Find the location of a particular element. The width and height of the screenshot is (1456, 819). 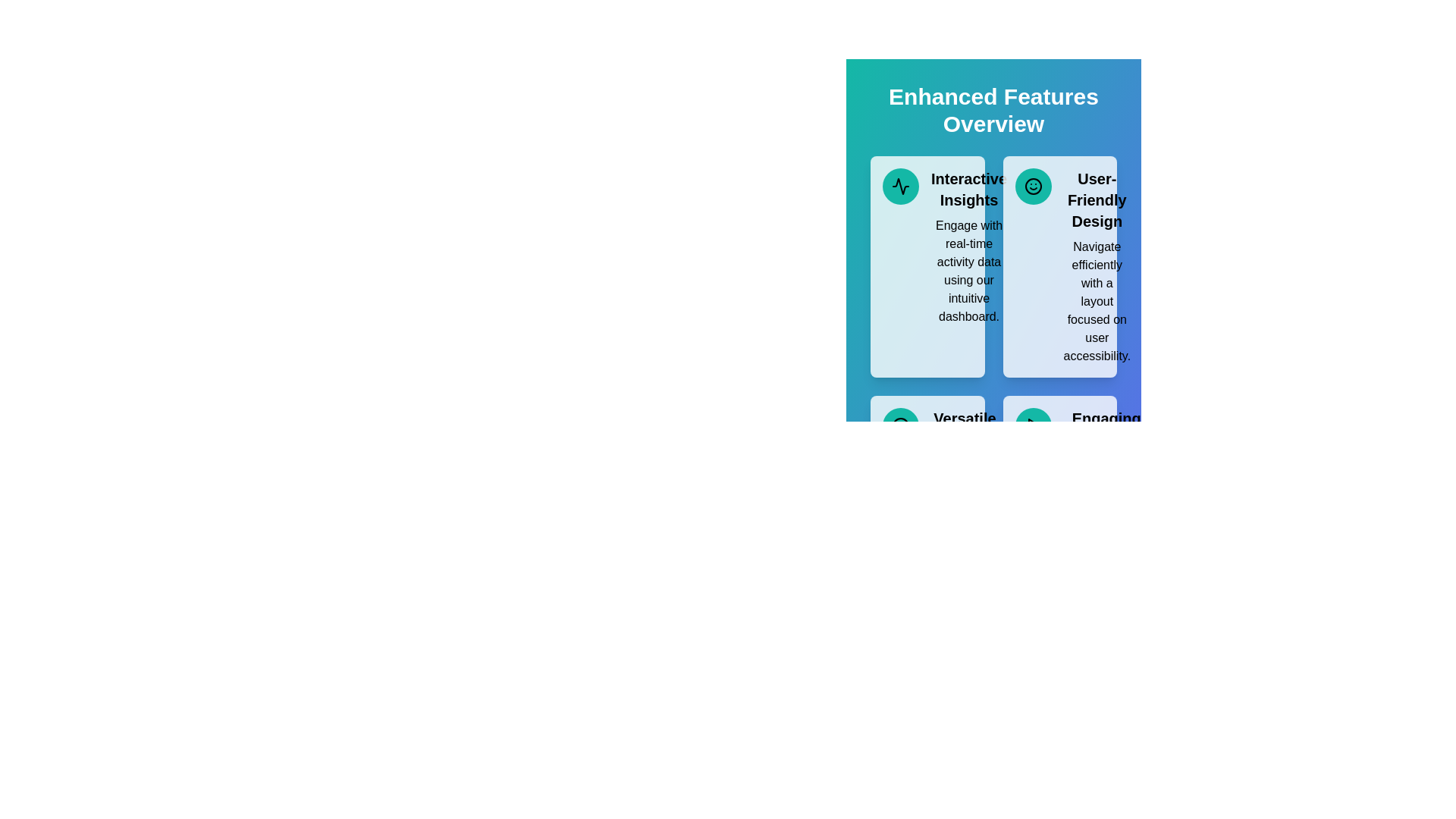

the 'Versatile Elements' Card, which is positioned in the second row and first column of a two-column grid layout, below 'Interactive Insights' and to the left of 'Engaging Interactions' is located at coordinates (927, 486).